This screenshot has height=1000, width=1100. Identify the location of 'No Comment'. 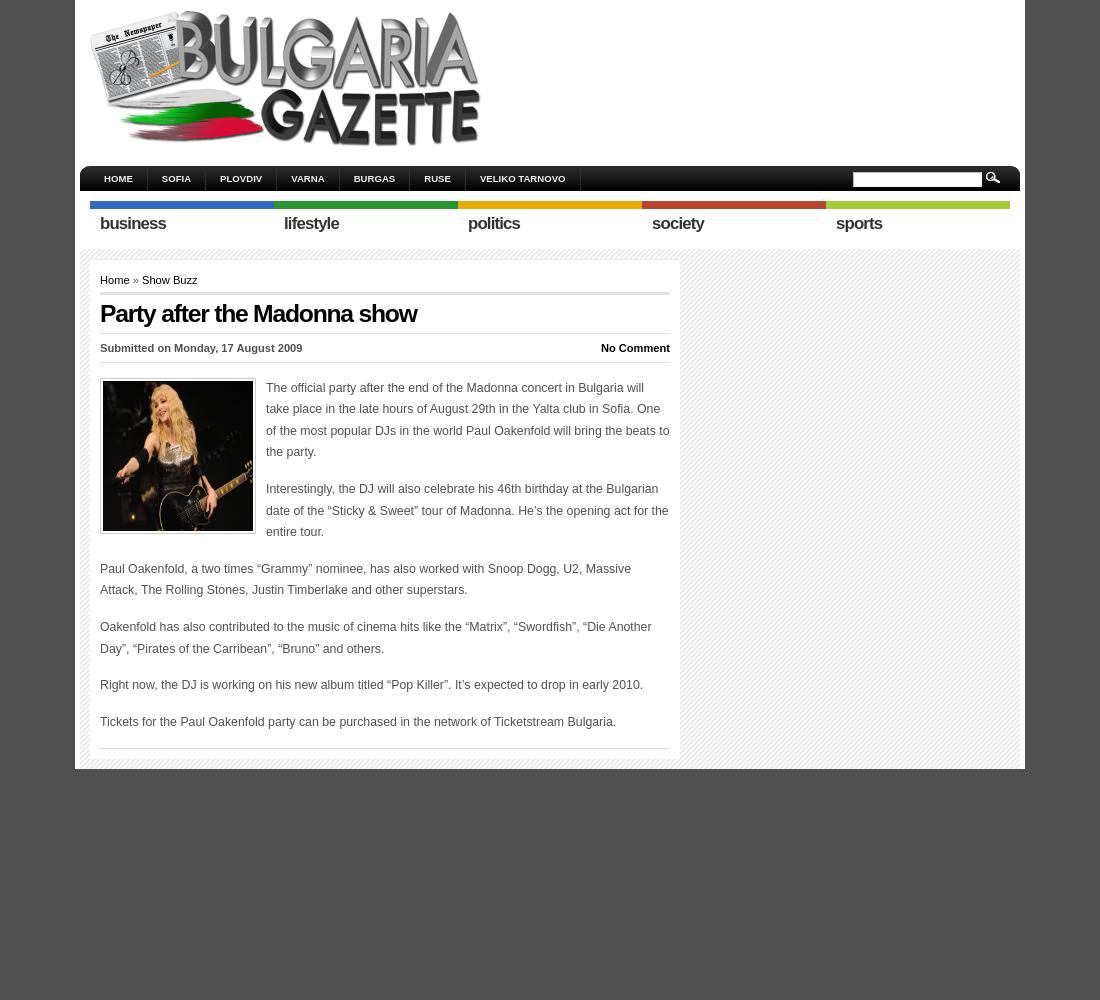
(635, 346).